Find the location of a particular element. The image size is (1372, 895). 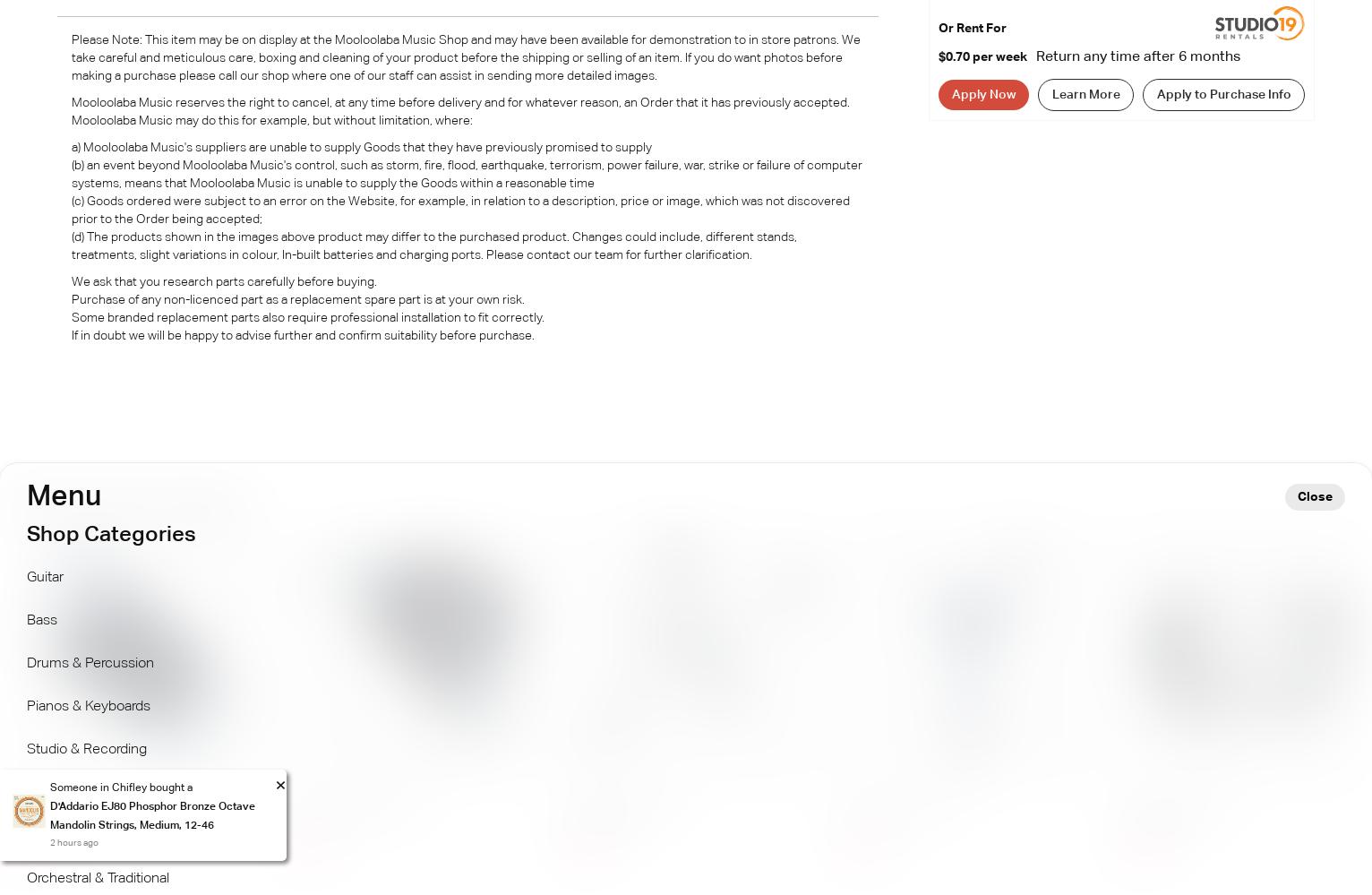

'Dixon Rack Flex Rack Series Ho' is located at coordinates (63, 821).